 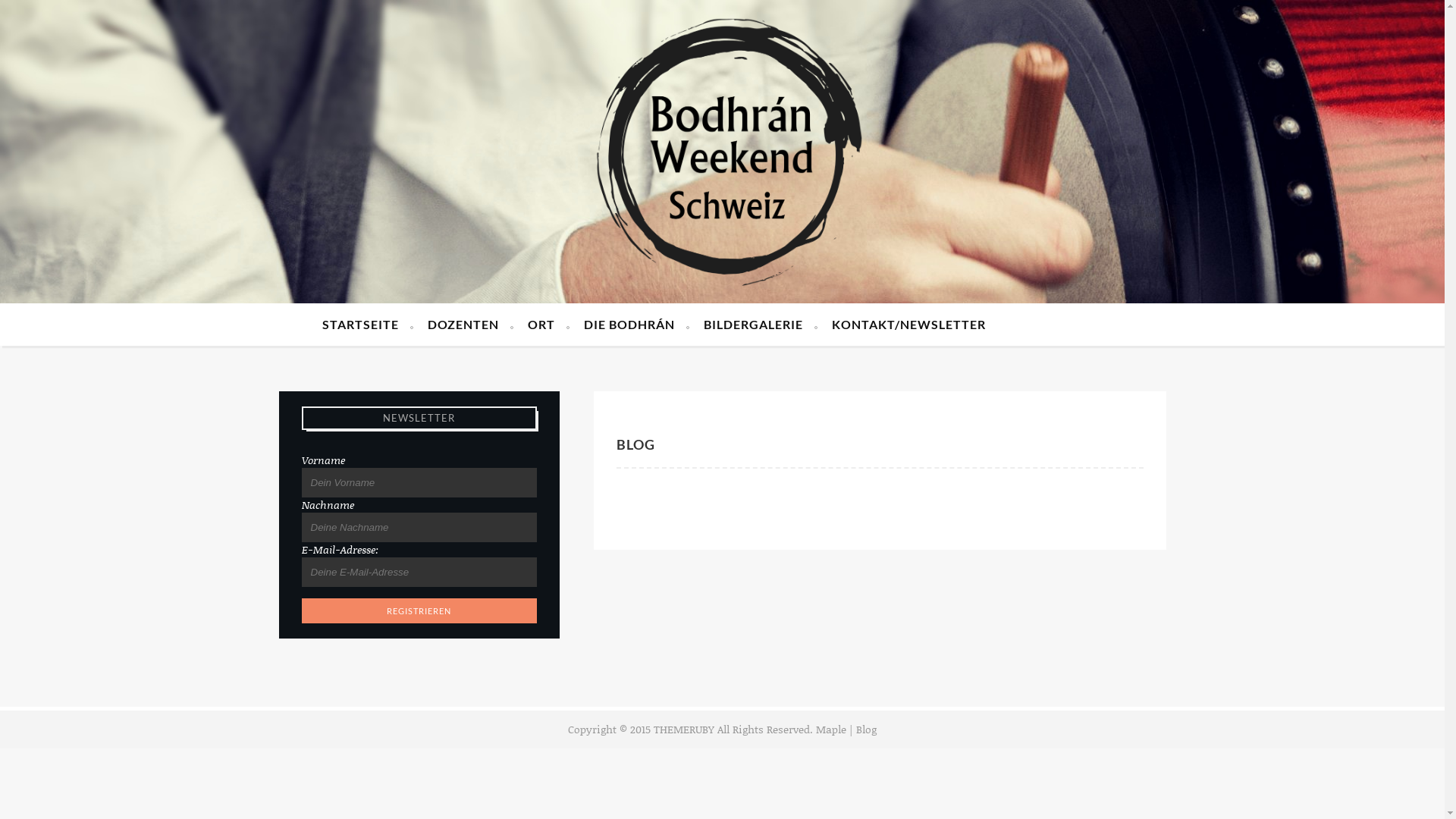 I want to click on 'DOZENTEN', so click(x=427, y=324).